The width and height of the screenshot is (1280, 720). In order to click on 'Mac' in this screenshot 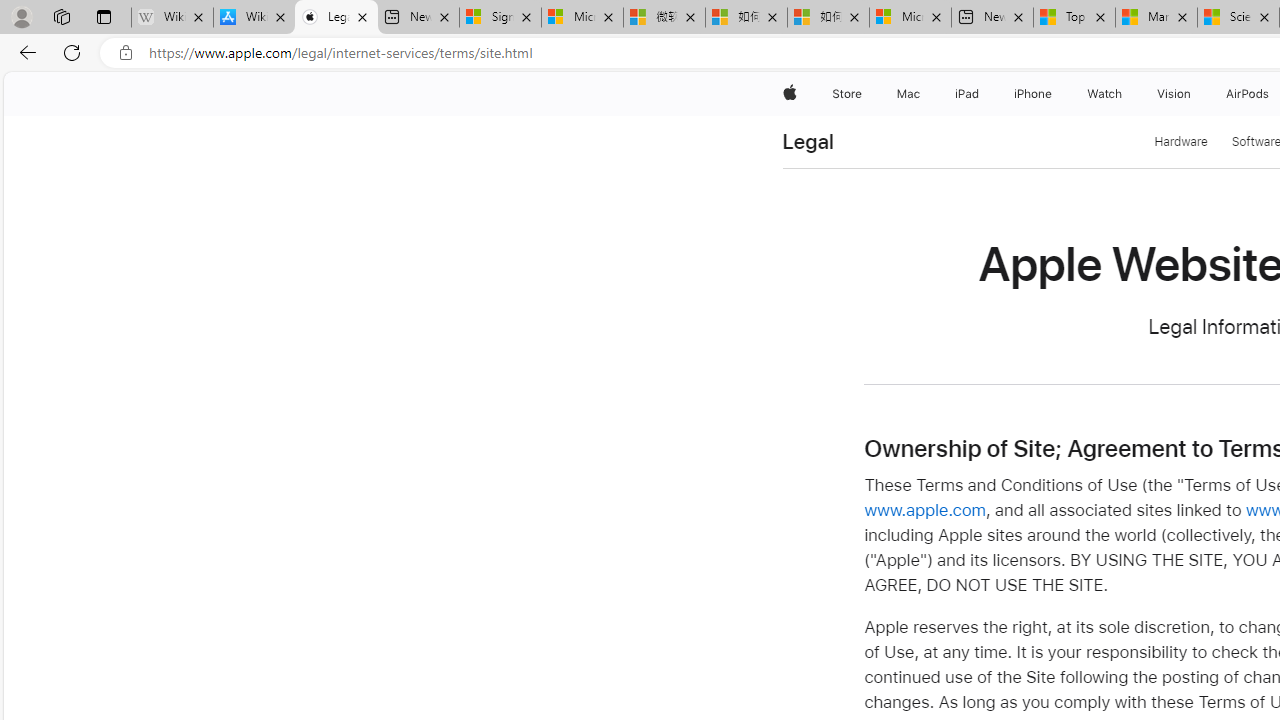, I will do `click(907, 93)`.